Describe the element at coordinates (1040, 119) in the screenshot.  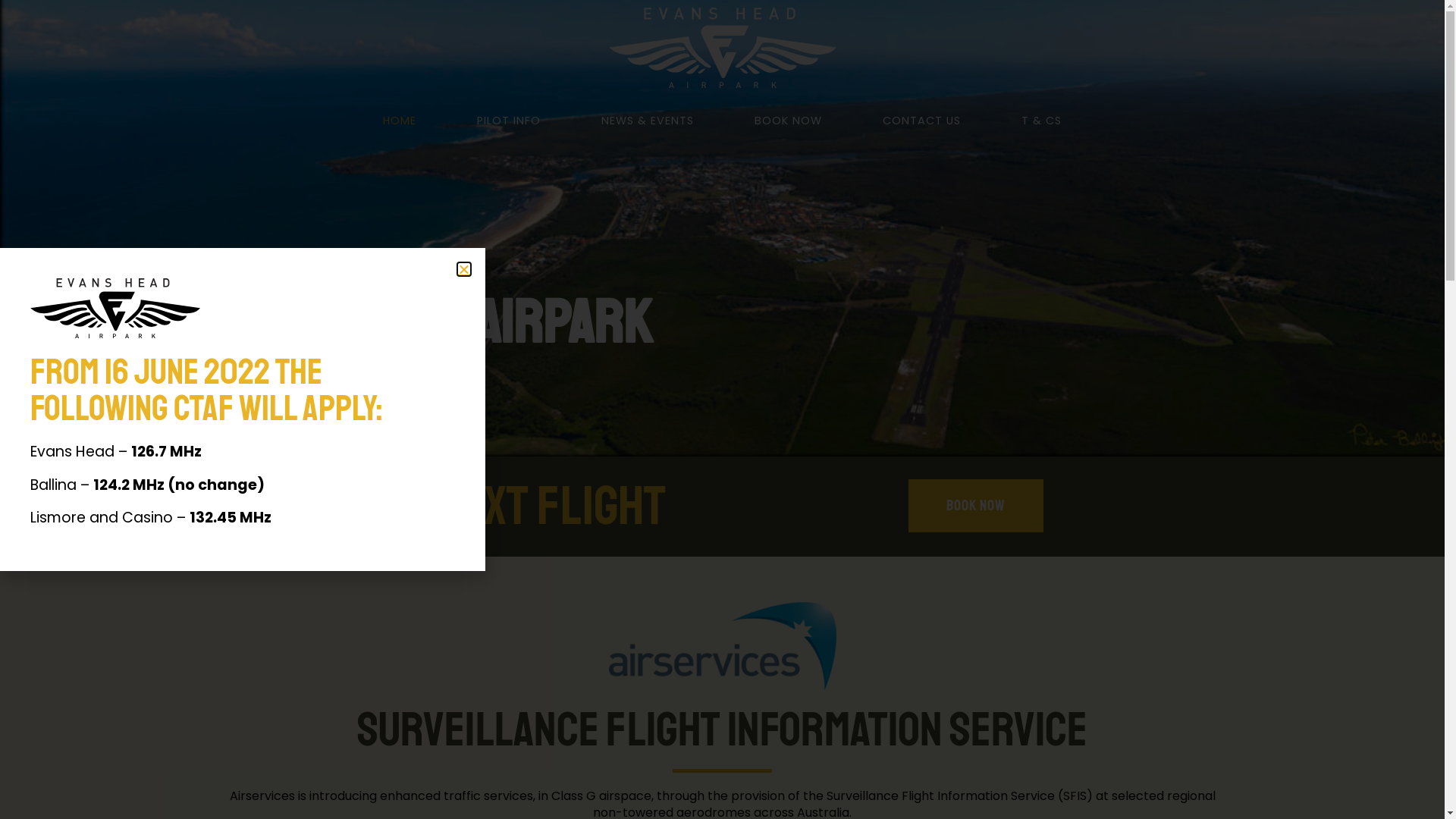
I see `'T & CS'` at that location.